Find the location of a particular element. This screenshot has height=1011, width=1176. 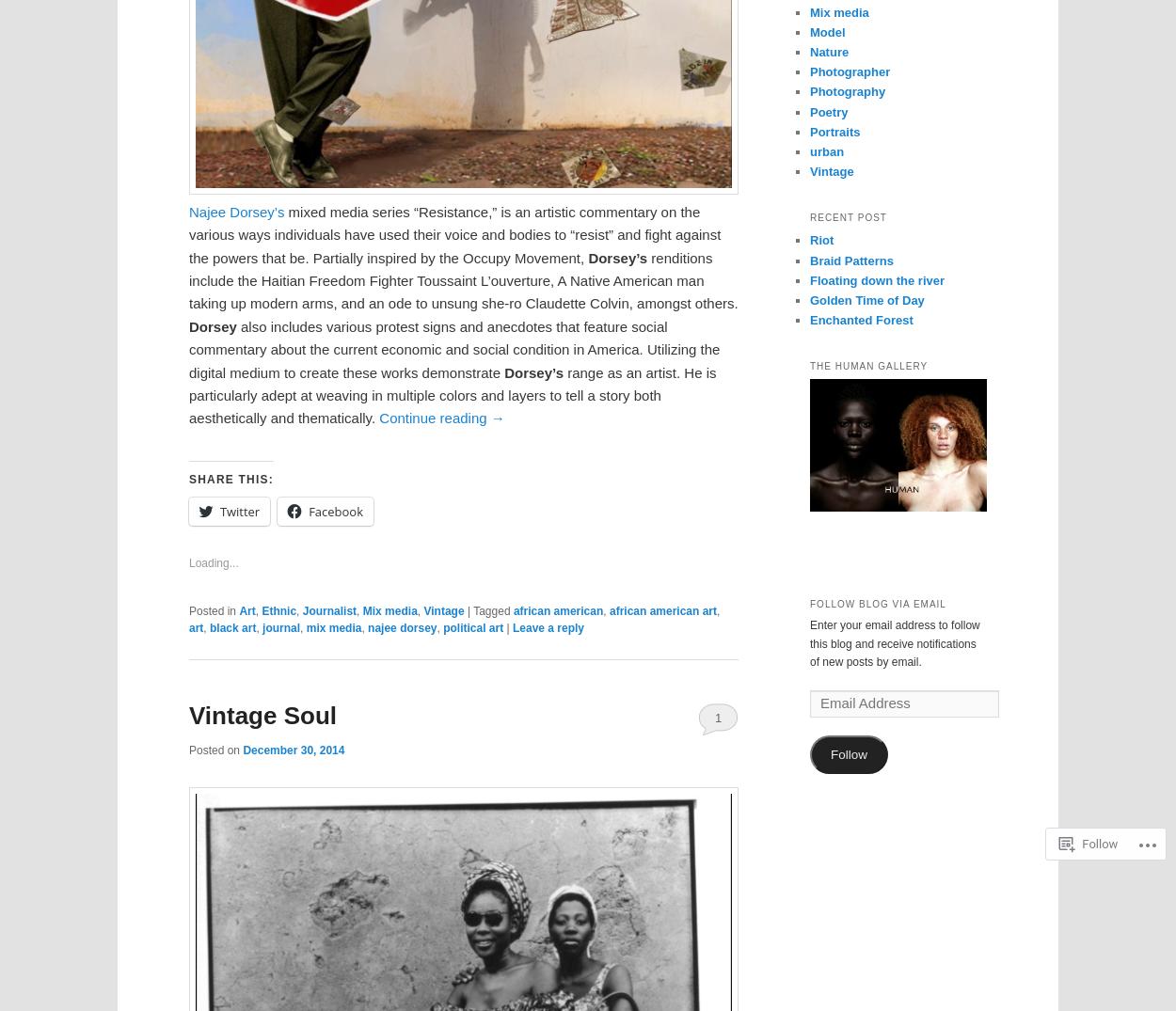

'Recent post' is located at coordinates (848, 216).